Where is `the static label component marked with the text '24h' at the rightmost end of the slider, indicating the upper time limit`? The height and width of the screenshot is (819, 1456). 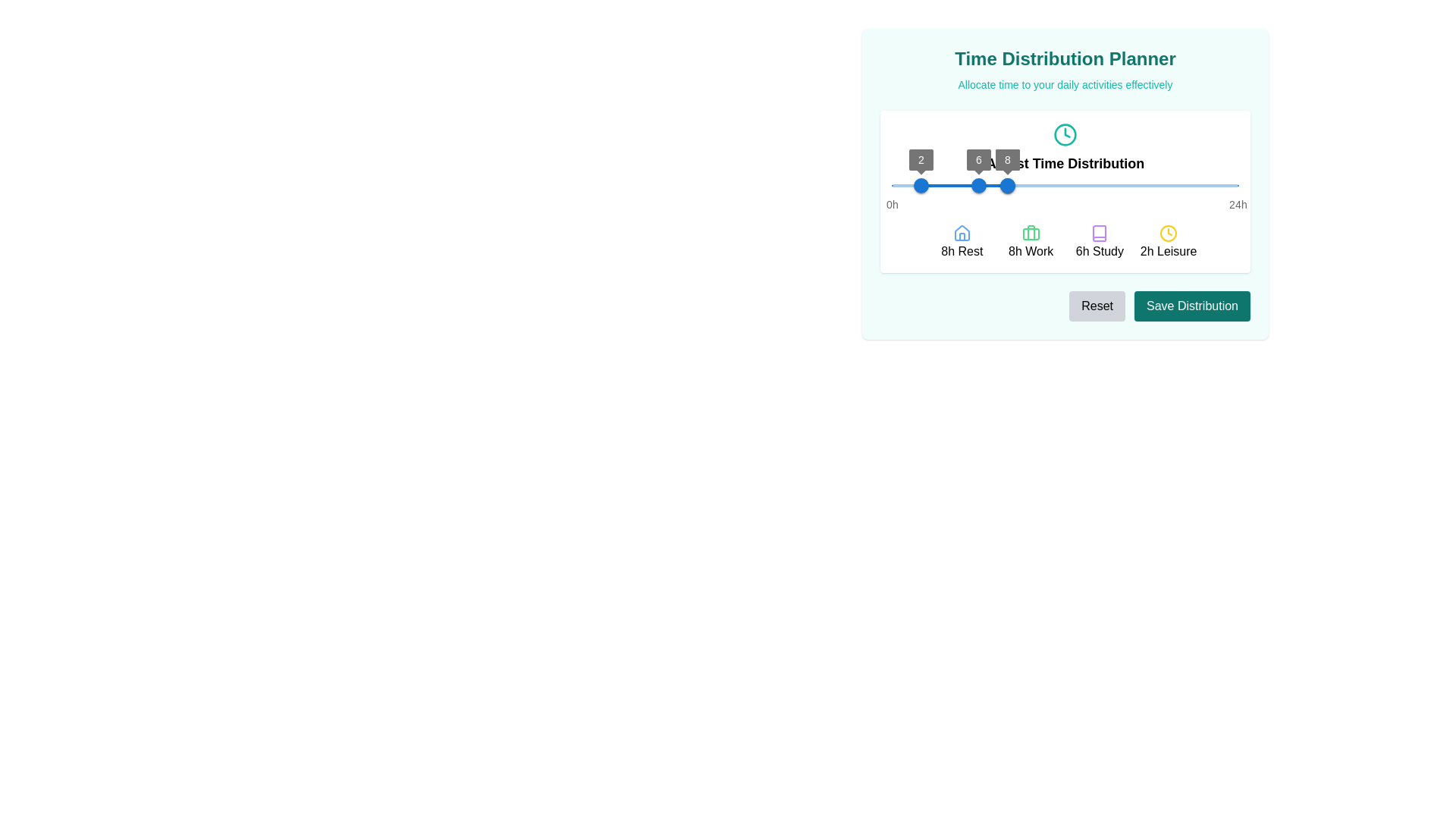
the static label component marked with the text '24h' at the rightmost end of the slider, indicating the upper time limit is located at coordinates (1238, 205).